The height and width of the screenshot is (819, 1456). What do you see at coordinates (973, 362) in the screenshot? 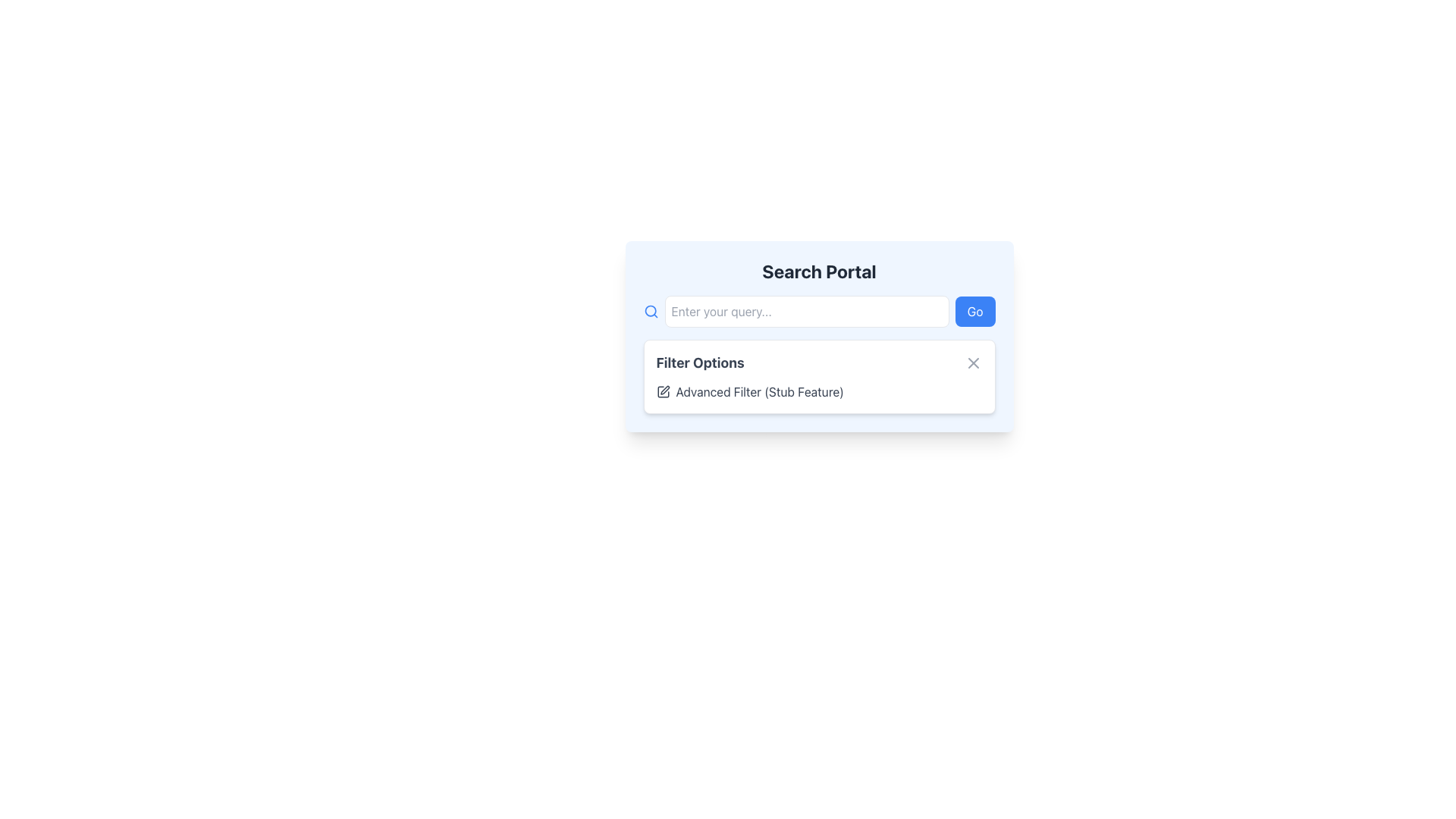
I see `the Close Button located on the far right of the 'Filter Options' section, which allows users to dismiss or remove that section` at bounding box center [973, 362].